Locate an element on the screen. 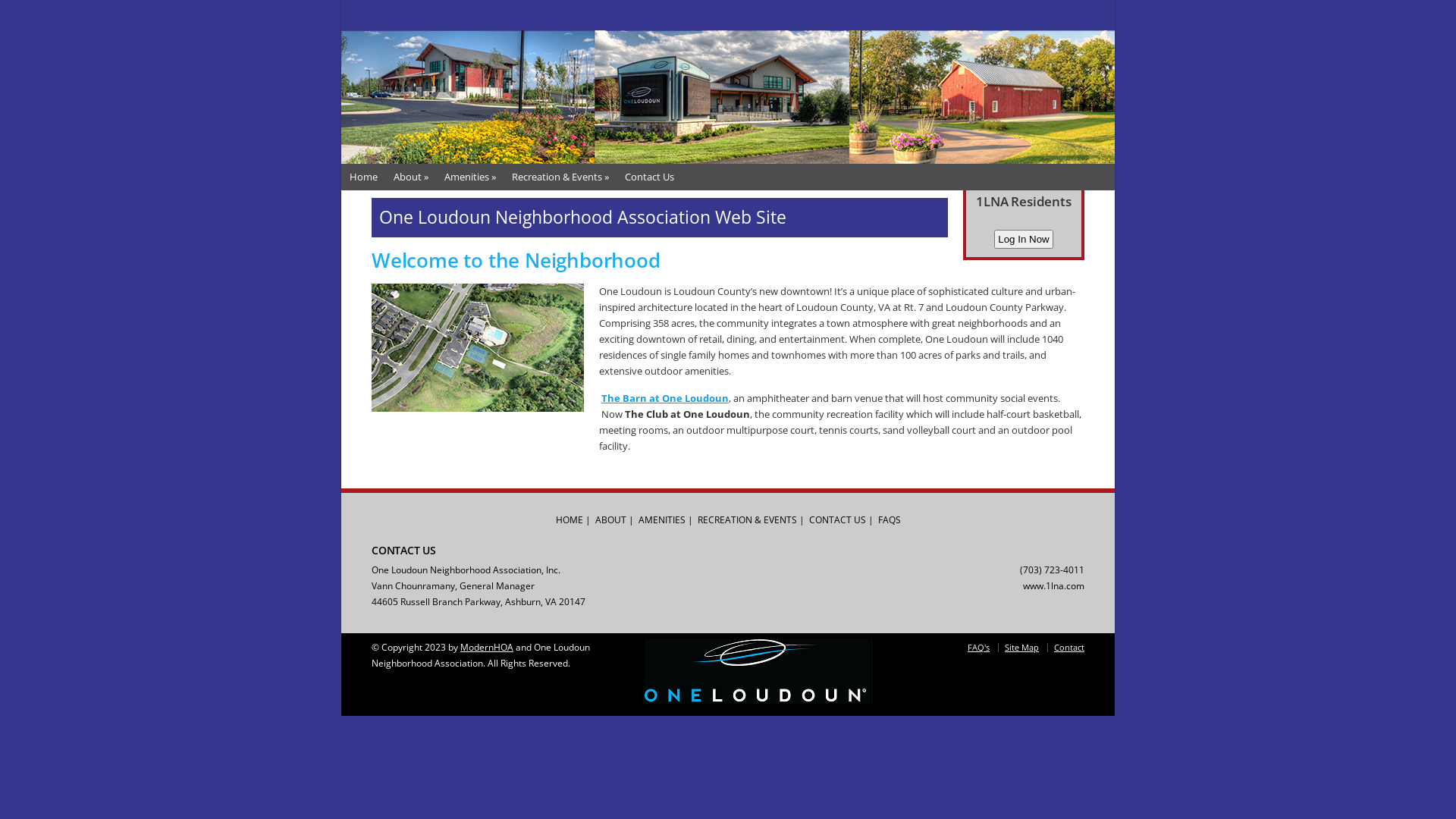 The image size is (1456, 819). 'The Barn at One Loudoun' is located at coordinates (665, 397).